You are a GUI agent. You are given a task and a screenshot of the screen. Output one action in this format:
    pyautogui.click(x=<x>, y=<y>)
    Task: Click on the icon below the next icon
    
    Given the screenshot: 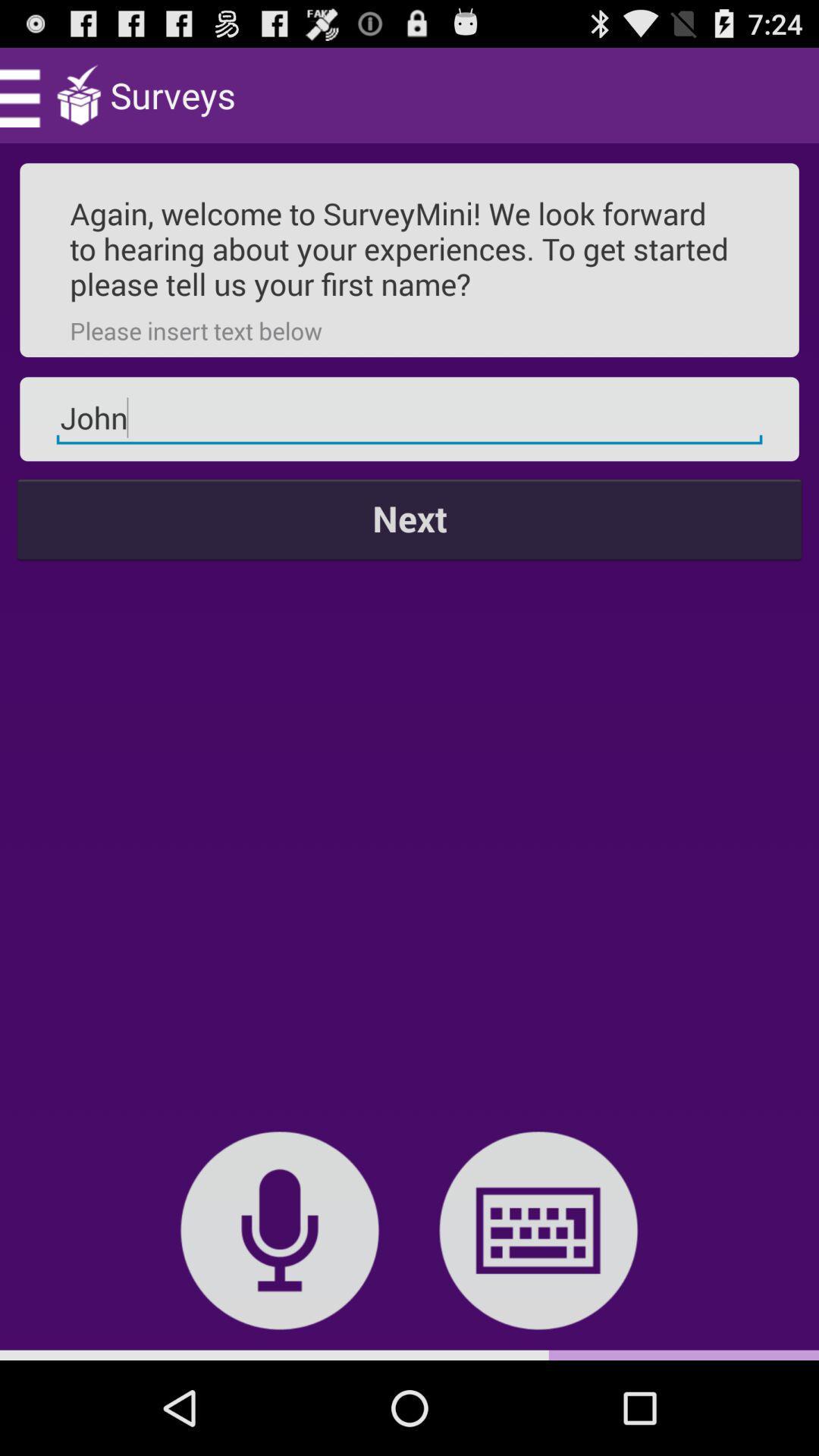 What is the action you would take?
    pyautogui.click(x=280, y=1230)
    